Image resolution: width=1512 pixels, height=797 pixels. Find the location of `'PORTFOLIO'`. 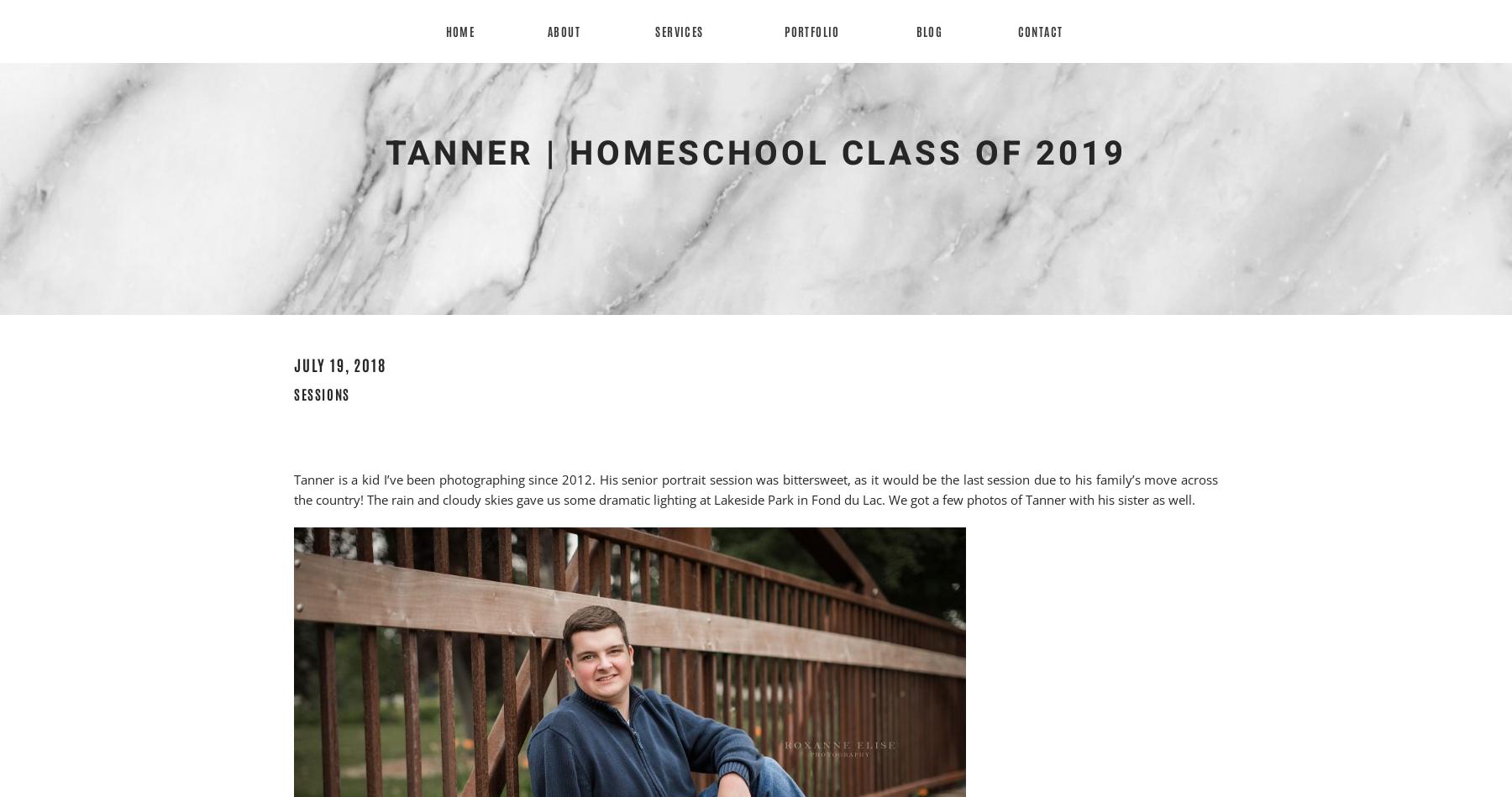

'PORTFOLIO' is located at coordinates (811, 31).